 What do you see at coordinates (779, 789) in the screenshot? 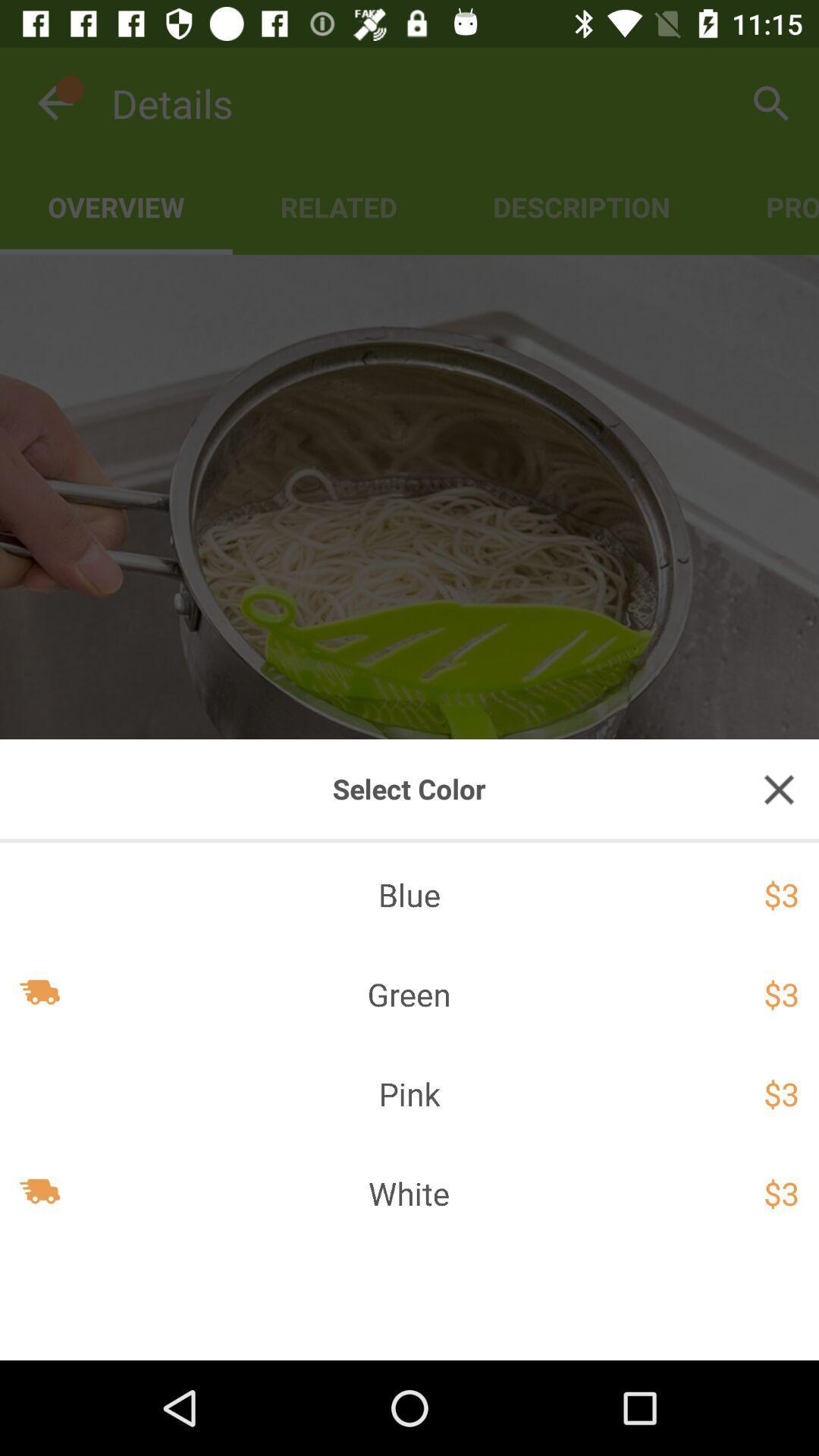
I see `exit` at bounding box center [779, 789].